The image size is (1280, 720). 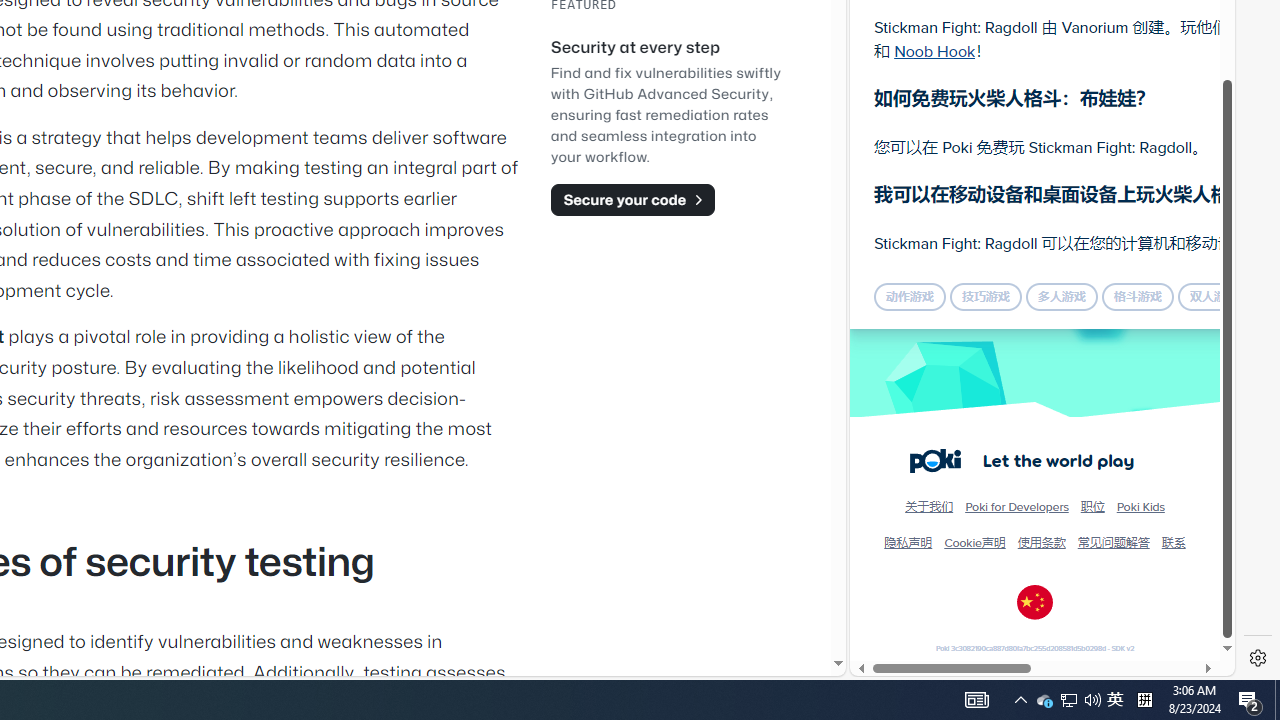 I want to click on 'Poki Kids', so click(x=1140, y=505).